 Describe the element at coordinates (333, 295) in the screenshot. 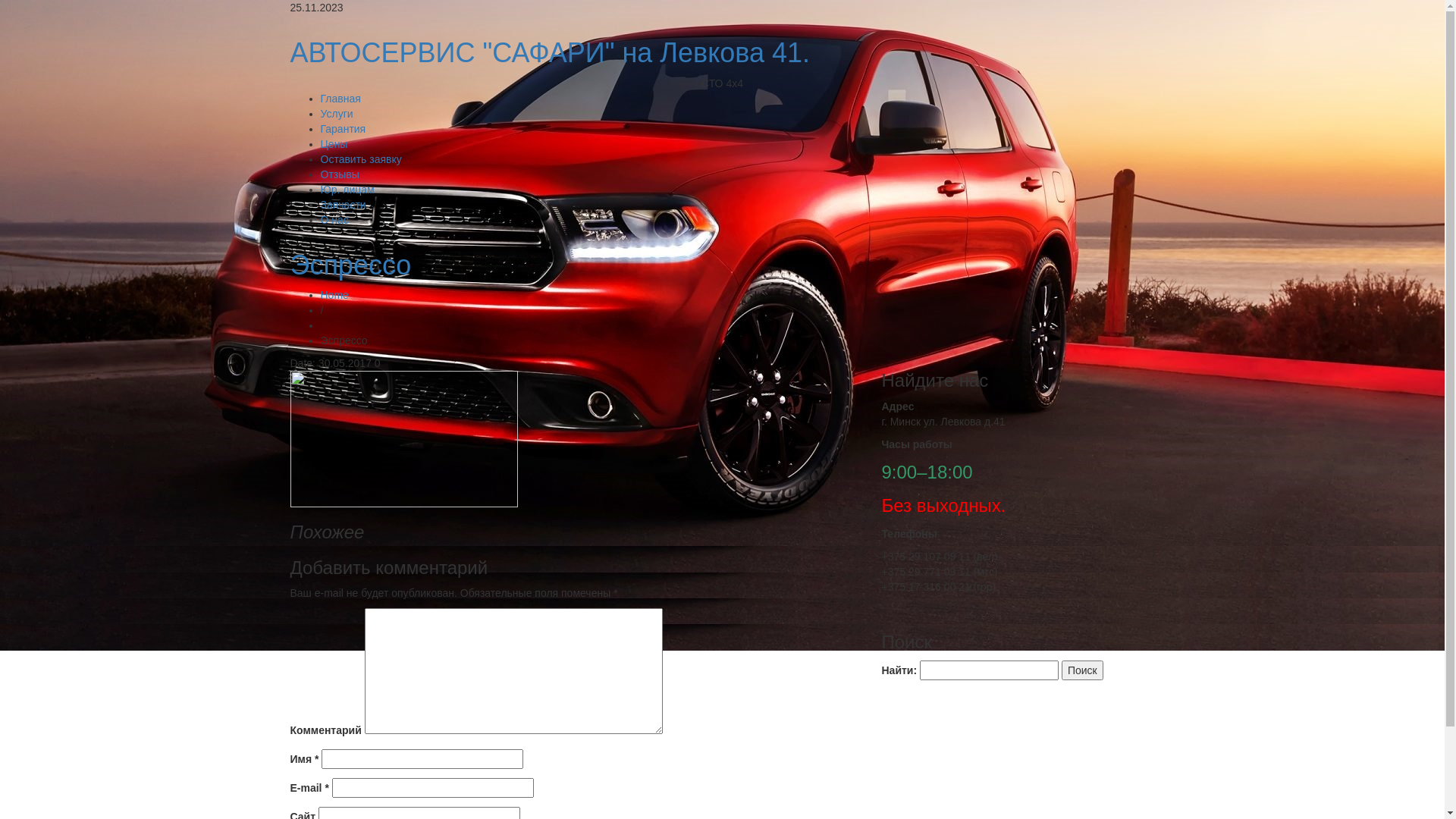

I see `'Home'` at that location.